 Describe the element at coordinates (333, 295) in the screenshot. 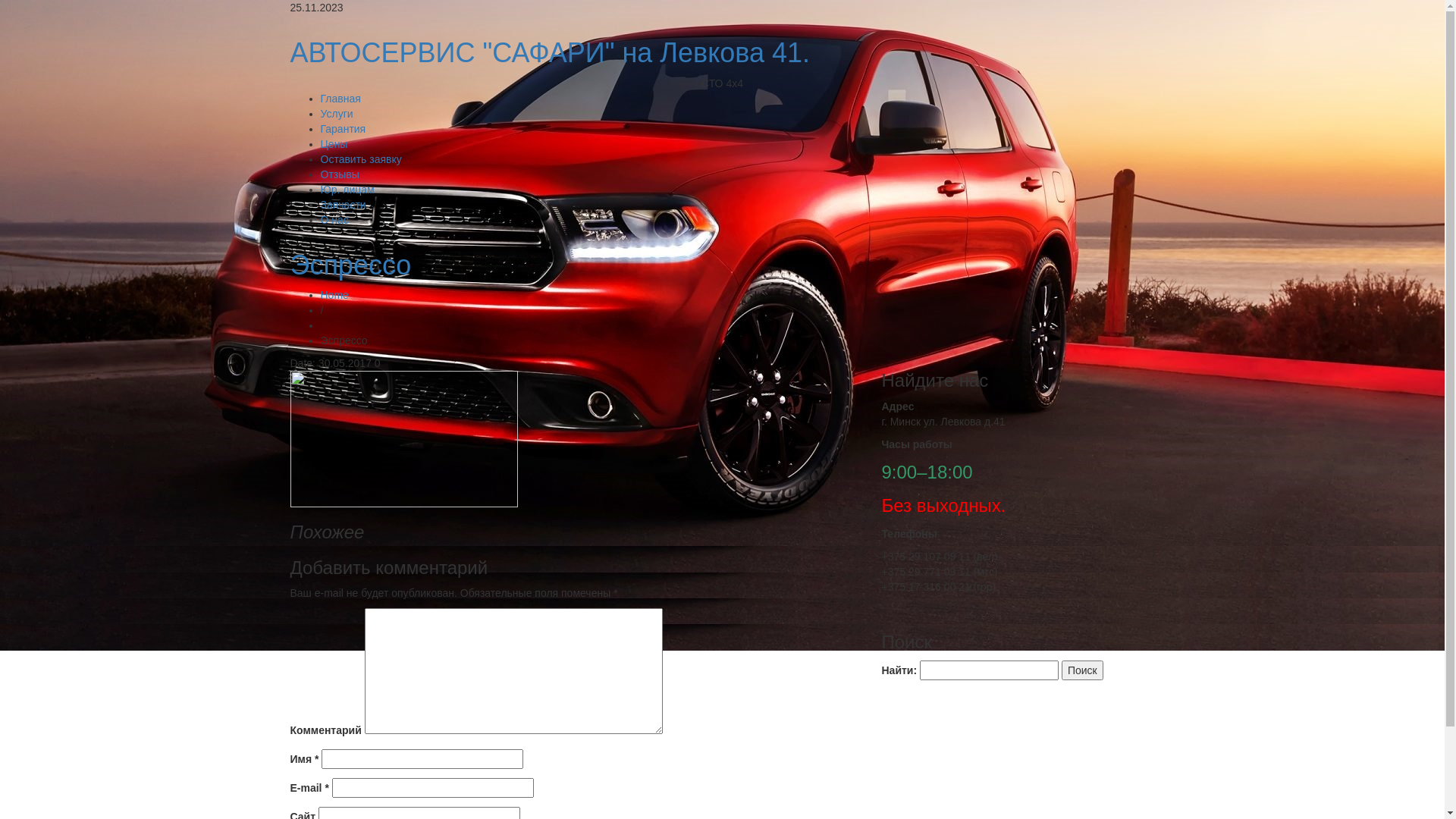

I see `'Home'` at that location.